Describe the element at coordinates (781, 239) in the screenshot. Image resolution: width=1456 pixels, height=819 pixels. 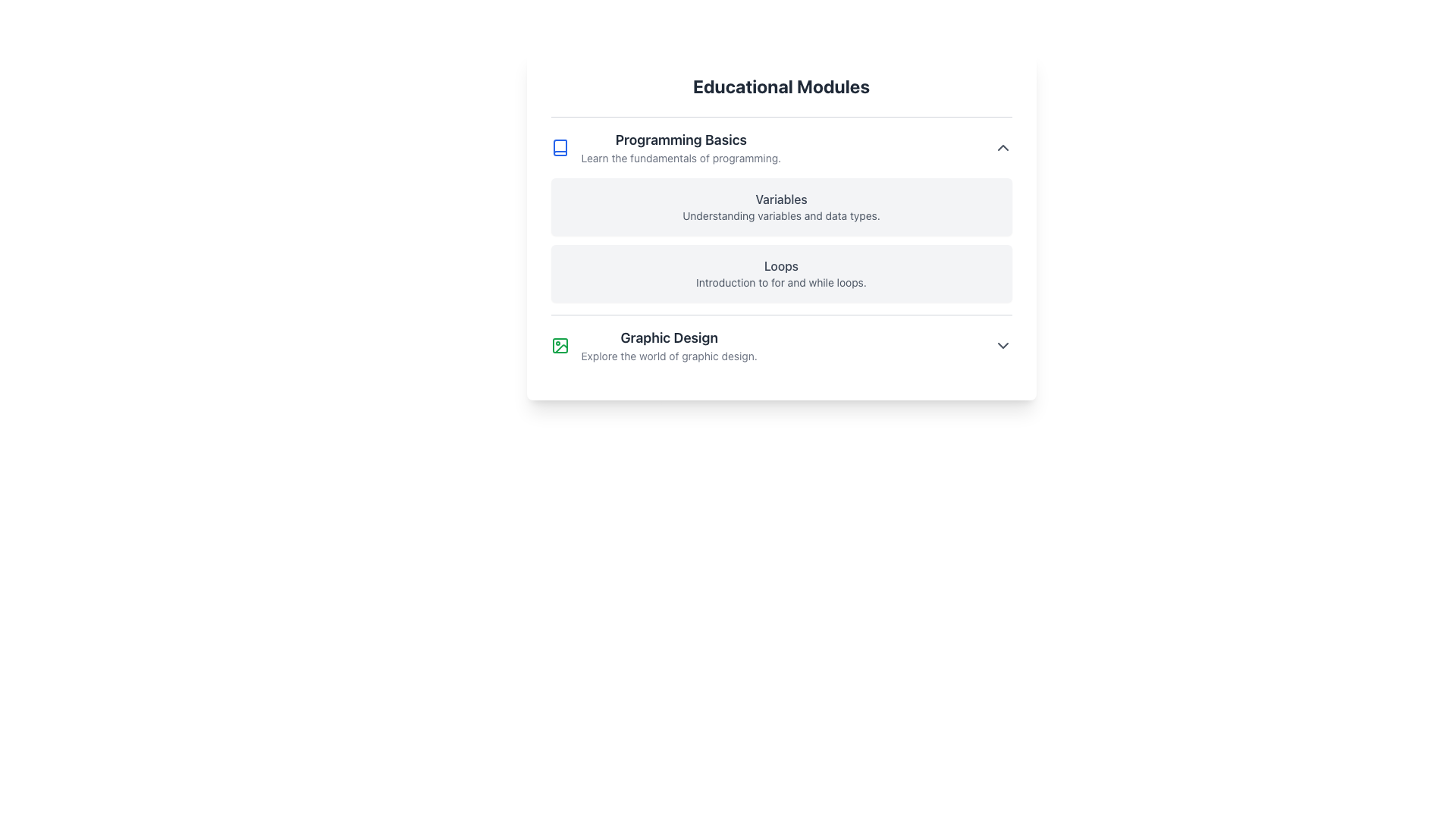
I see `the Informational block containing 'Variables' and 'Loops' sections, which is centrally positioned in the 'Programming Basics' section` at that location.